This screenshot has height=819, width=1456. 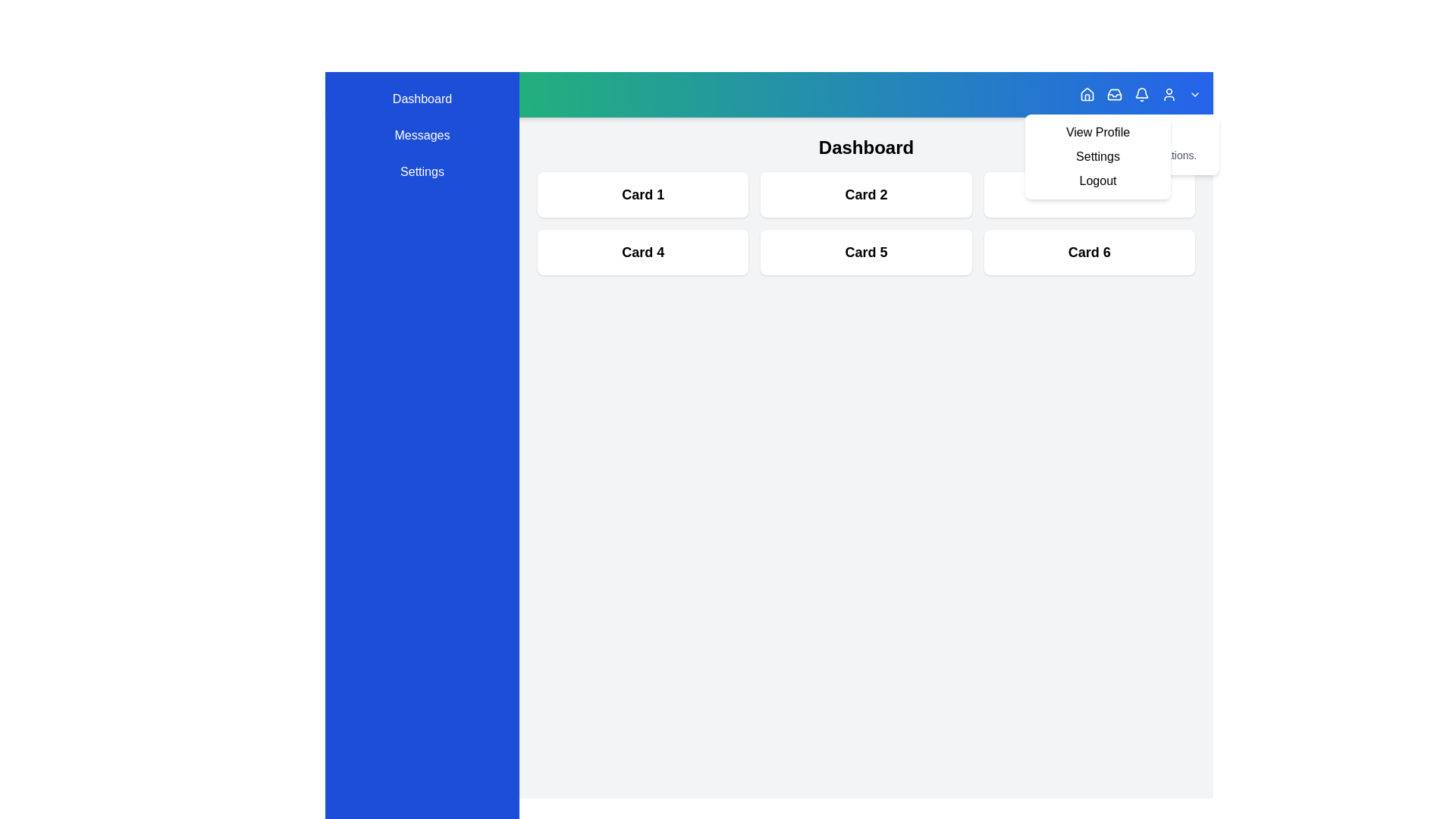 What do you see at coordinates (1098, 180) in the screenshot?
I see `the 'Logout' button in the dropdown menu to trigger hover feedback` at bounding box center [1098, 180].